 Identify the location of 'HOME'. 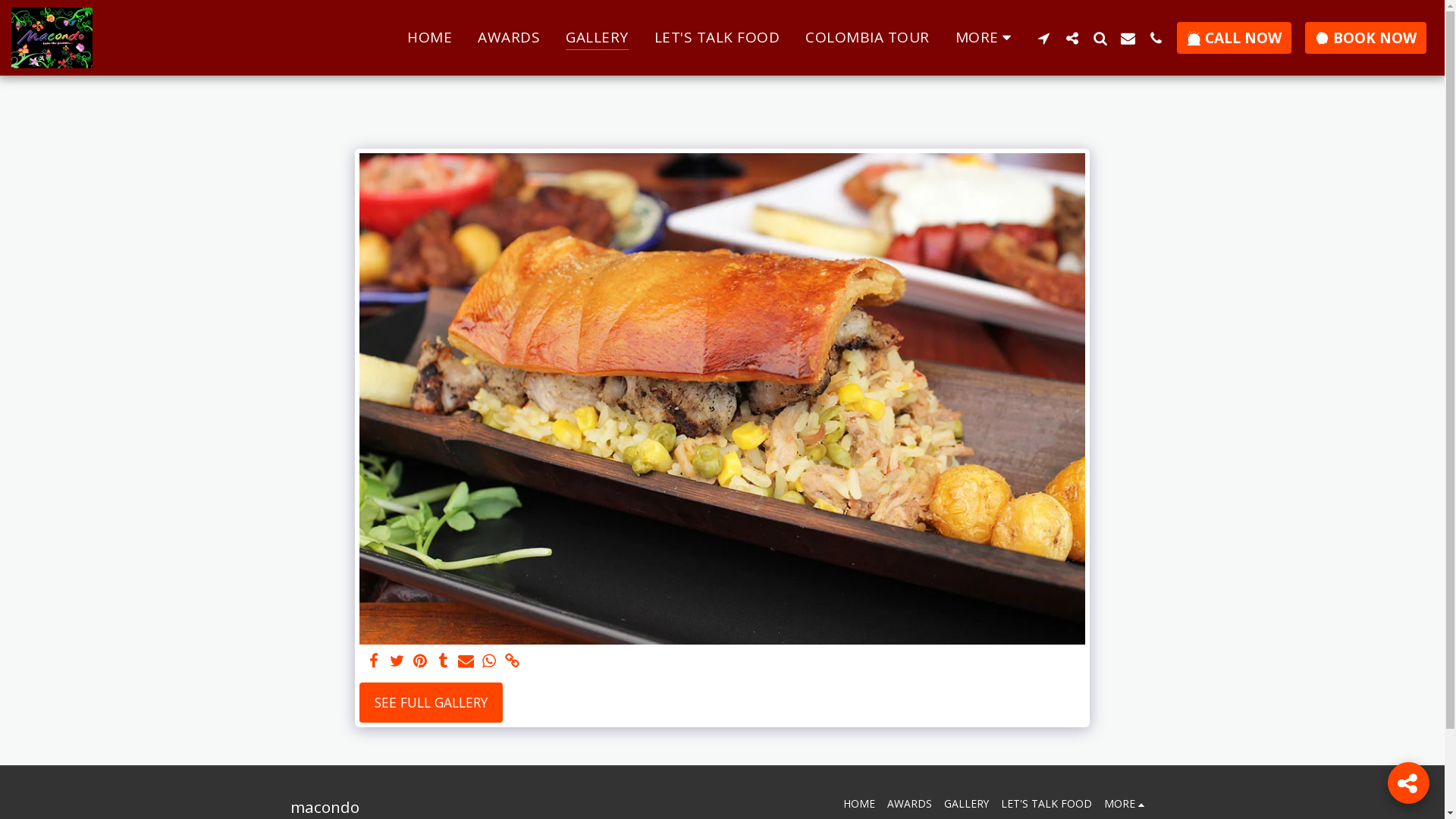
(428, 37).